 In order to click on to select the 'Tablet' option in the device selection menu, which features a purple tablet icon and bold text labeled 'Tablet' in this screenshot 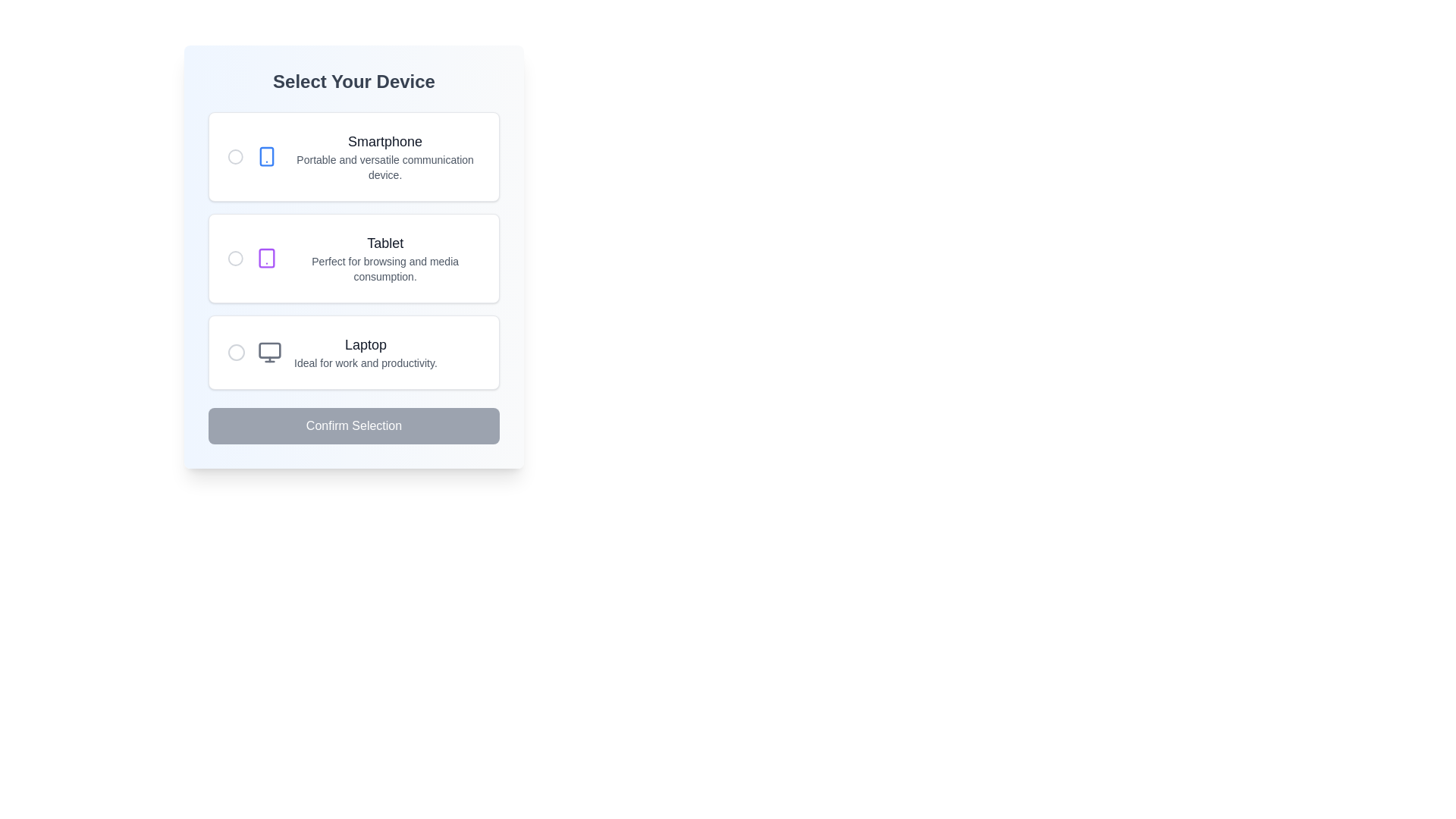, I will do `click(368, 257)`.